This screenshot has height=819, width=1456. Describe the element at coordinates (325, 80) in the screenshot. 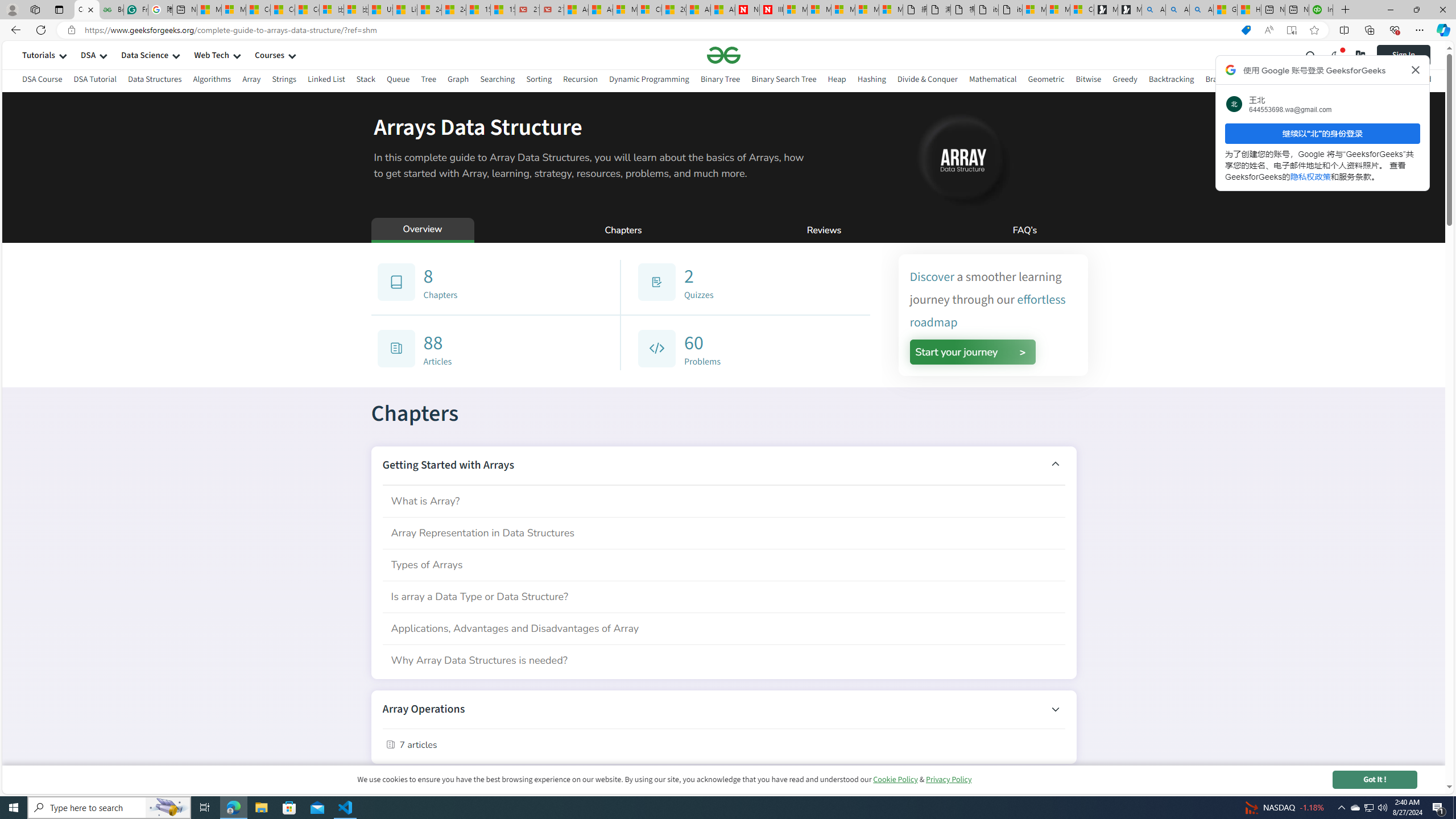

I see `'Linked List'` at that location.